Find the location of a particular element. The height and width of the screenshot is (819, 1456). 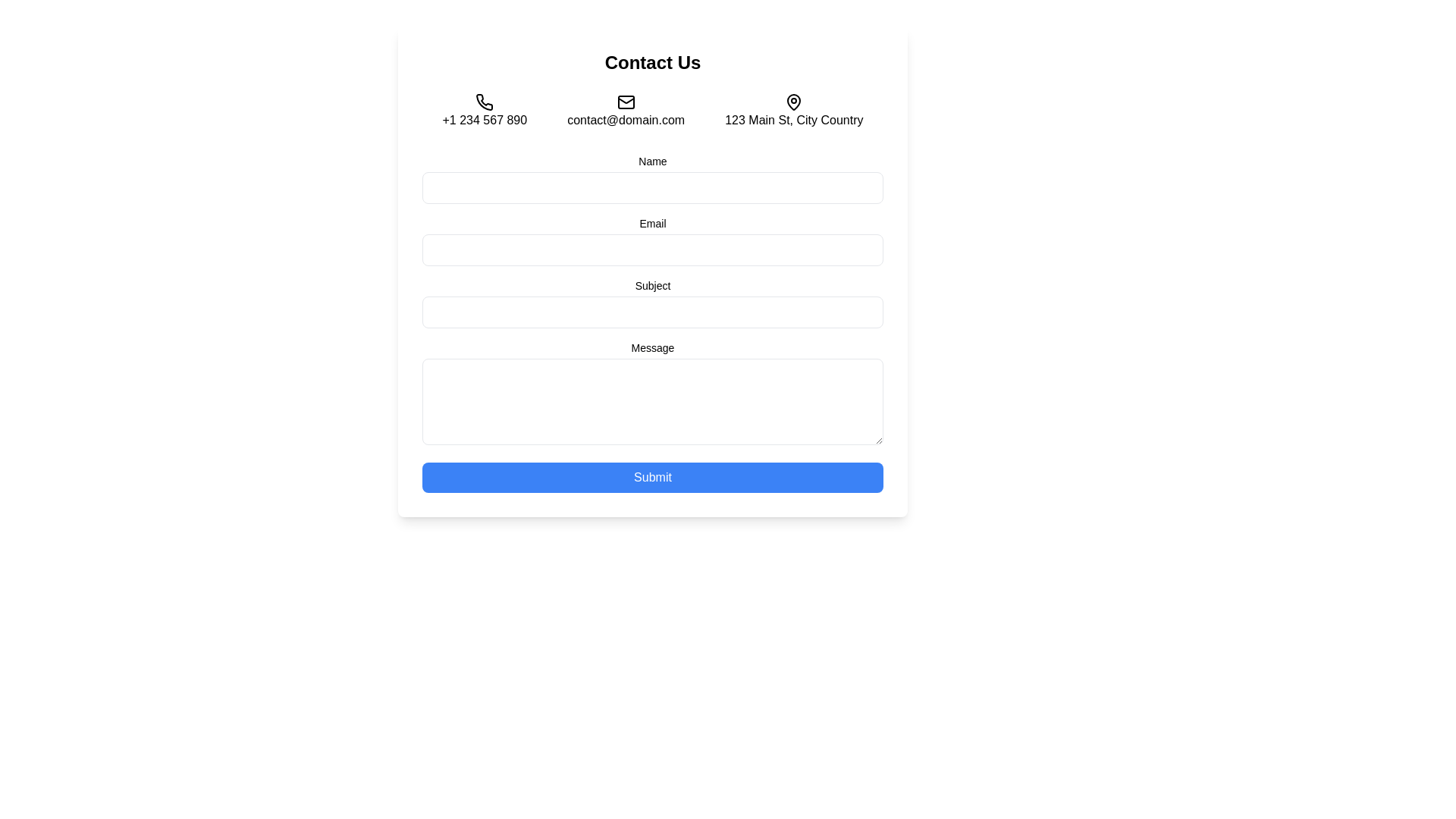

the 'Contact Us' text header, which is displayed in large, bold letters at the top-center of the interface is located at coordinates (652, 62).